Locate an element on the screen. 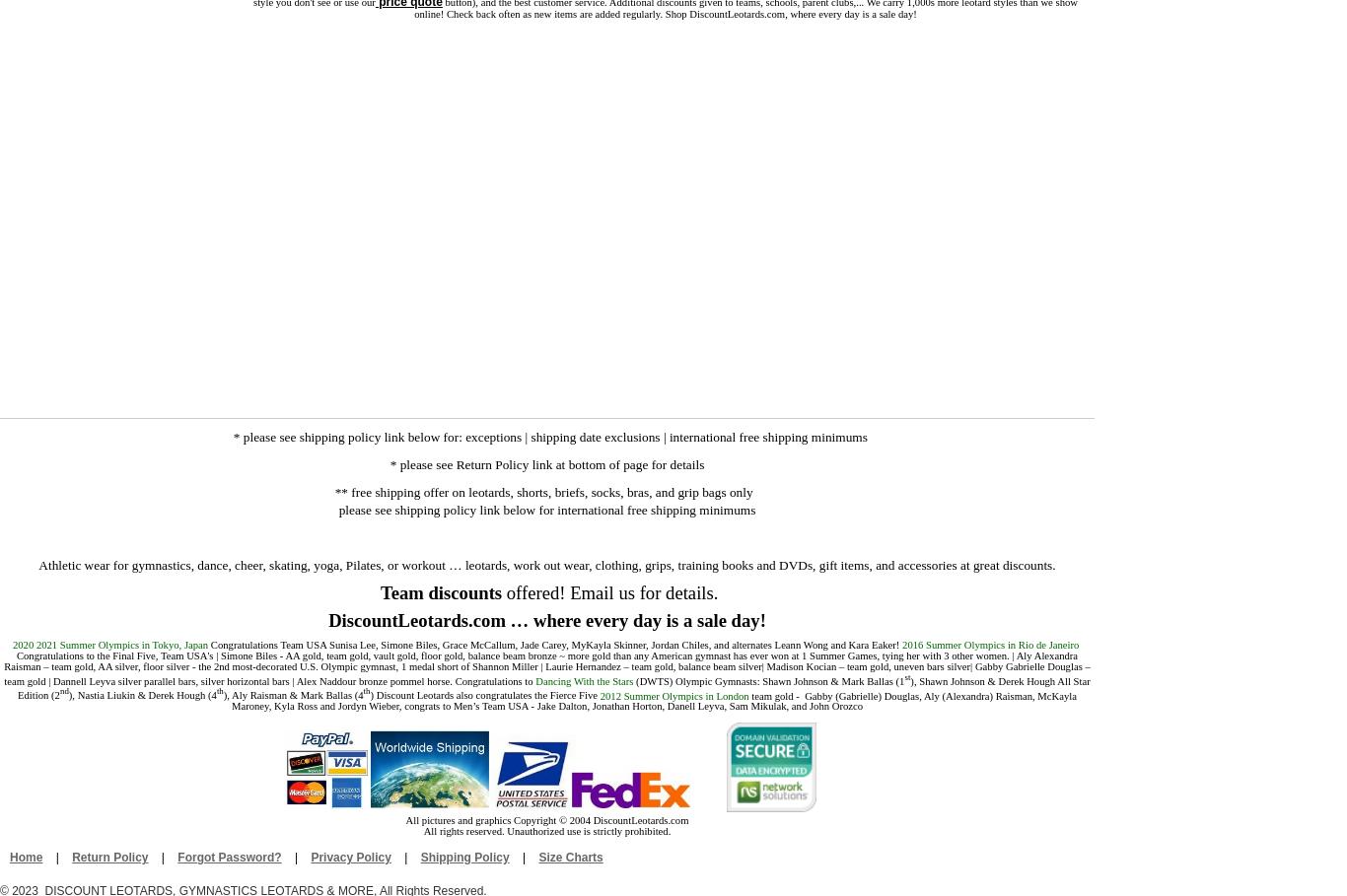 The width and height of the screenshot is (1347, 896). '* please see Return Policy link at bottom of page for details' is located at coordinates (546, 464).